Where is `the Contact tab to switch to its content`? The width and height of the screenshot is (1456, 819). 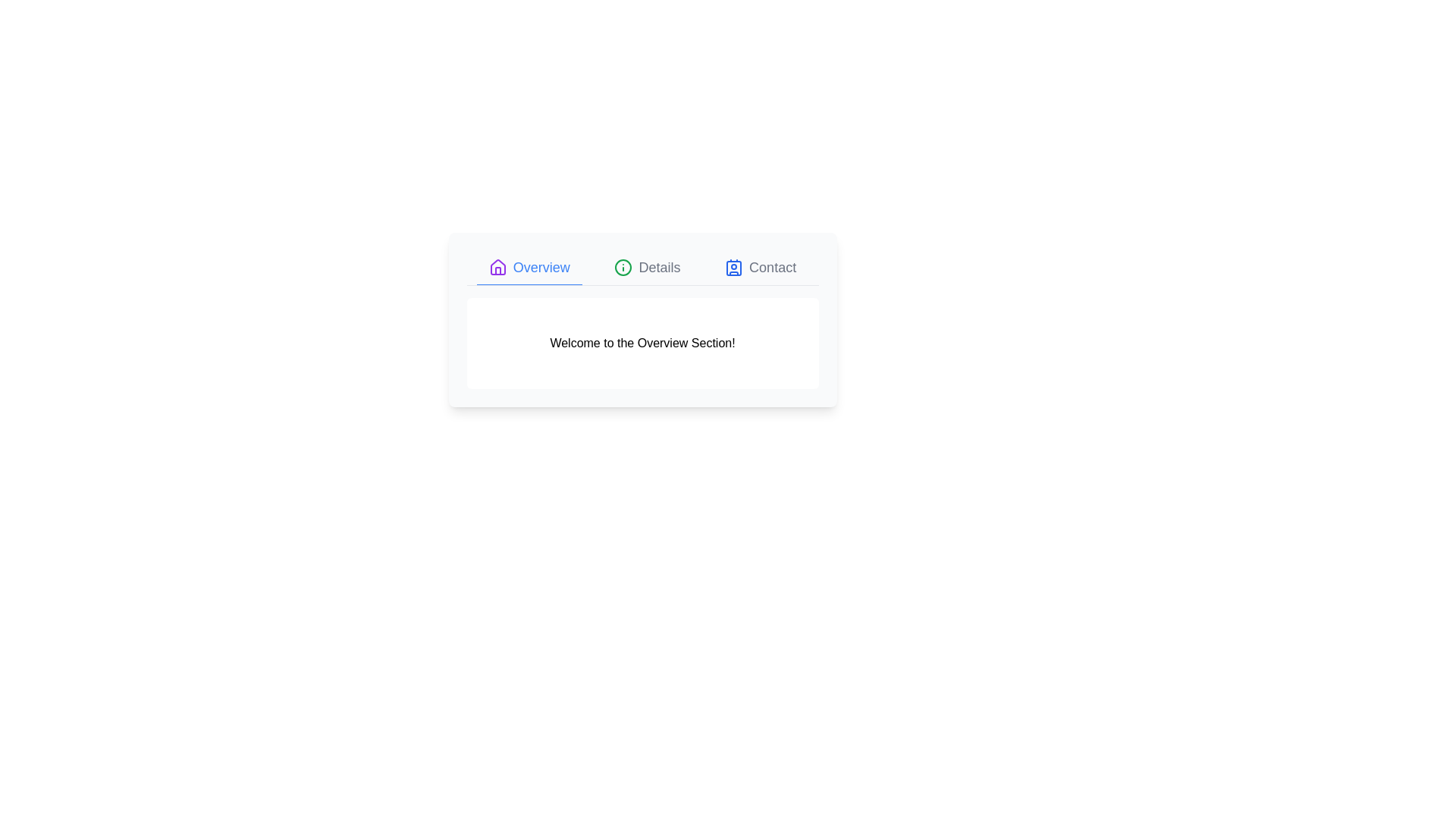 the Contact tab to switch to its content is located at coordinates (761, 268).